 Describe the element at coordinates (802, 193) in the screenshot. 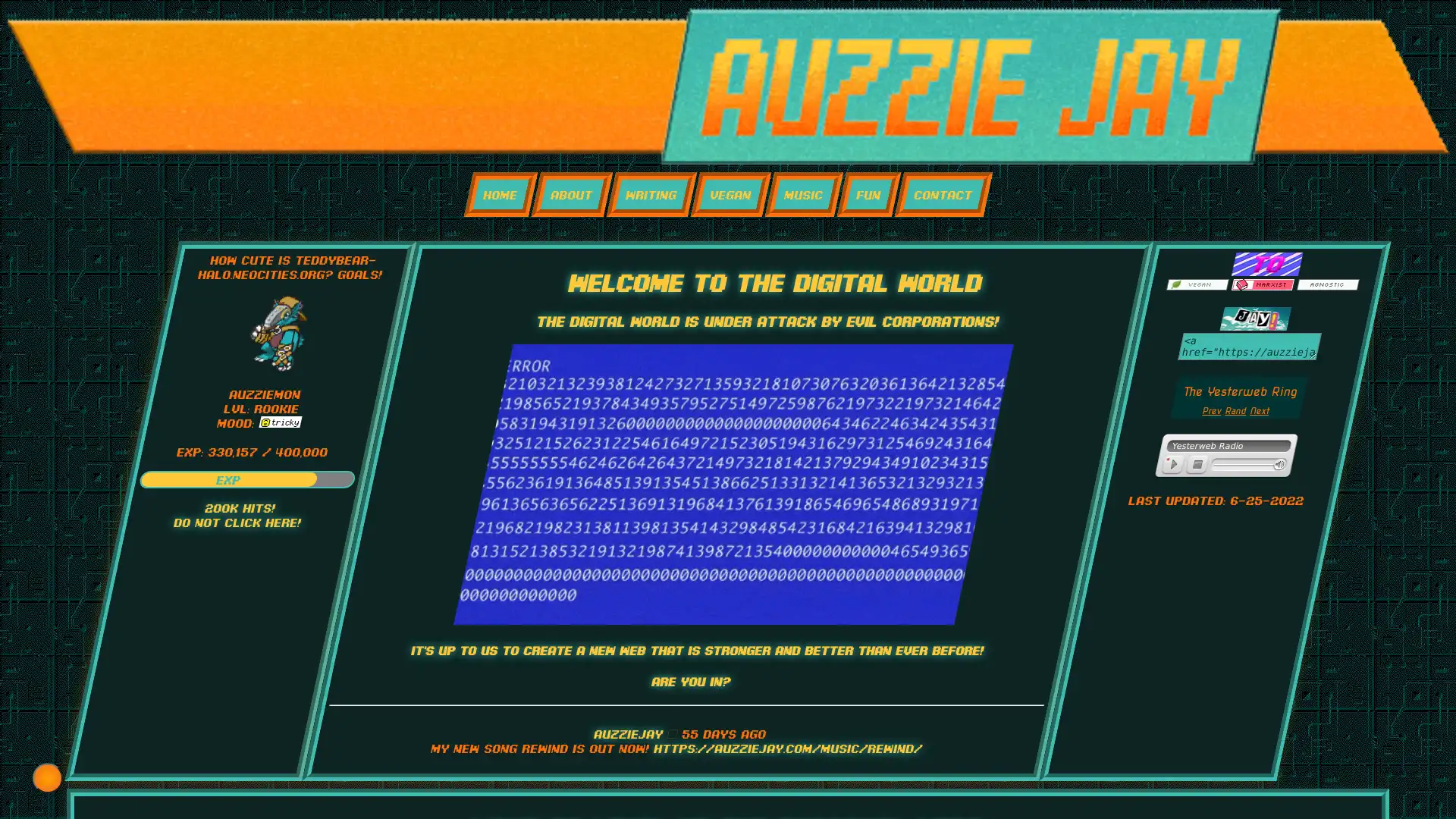

I see `MUSIC` at that location.